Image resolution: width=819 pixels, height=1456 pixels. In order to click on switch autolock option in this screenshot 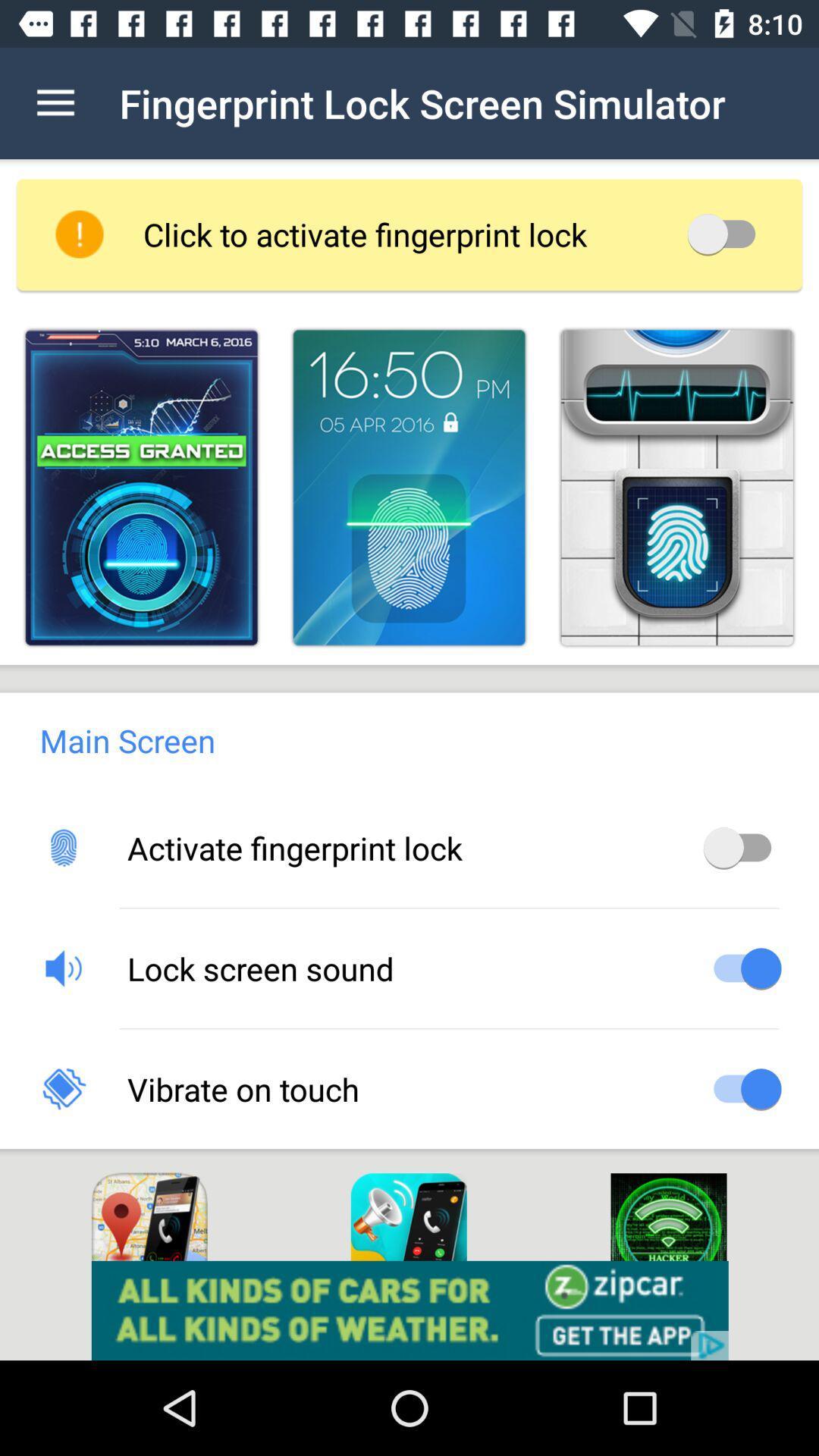, I will do `click(726, 233)`.